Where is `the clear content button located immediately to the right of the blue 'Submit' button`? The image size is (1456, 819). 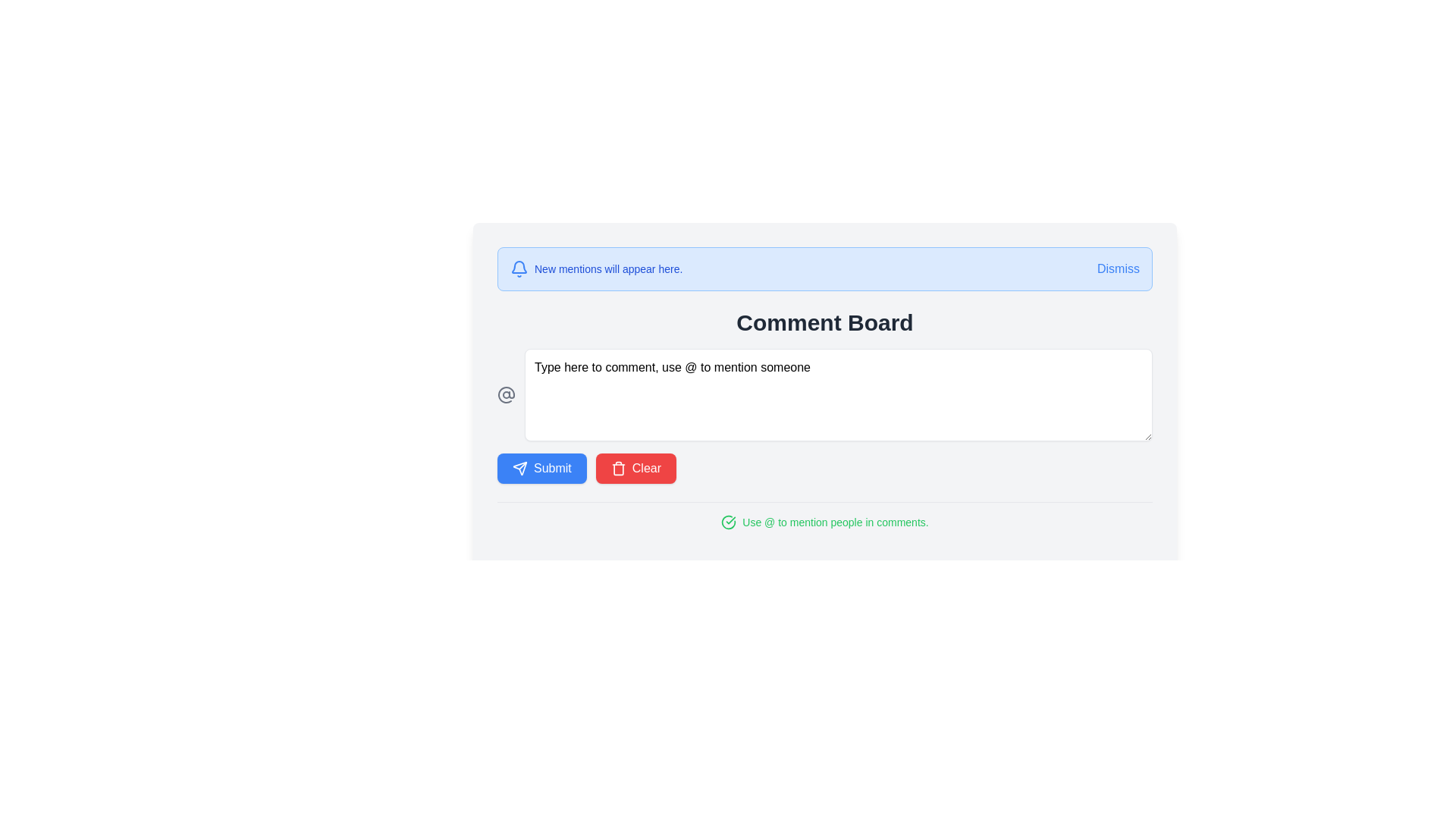 the clear content button located immediately to the right of the blue 'Submit' button is located at coordinates (635, 467).